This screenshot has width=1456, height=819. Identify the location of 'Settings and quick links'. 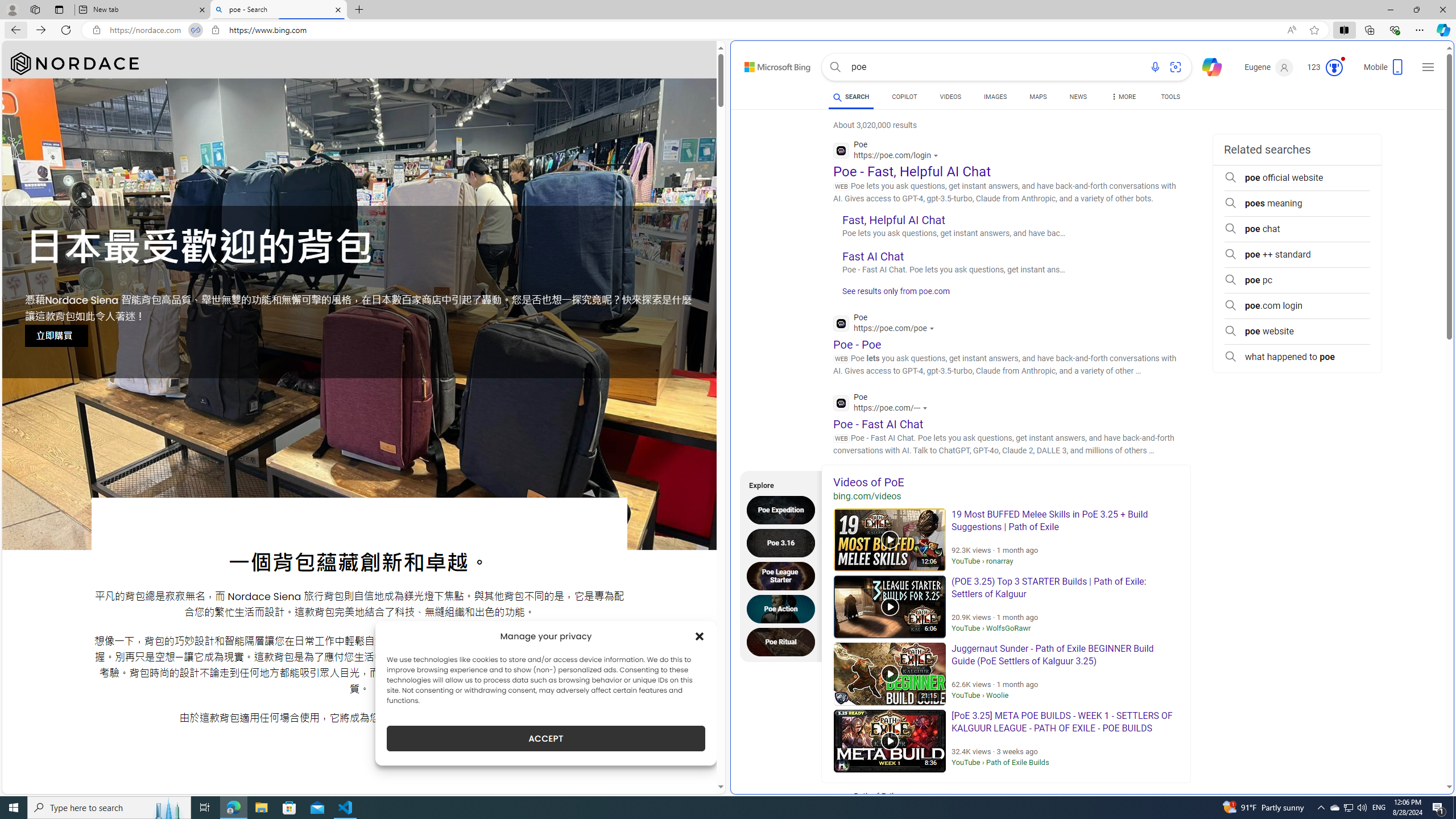
(1428, 67).